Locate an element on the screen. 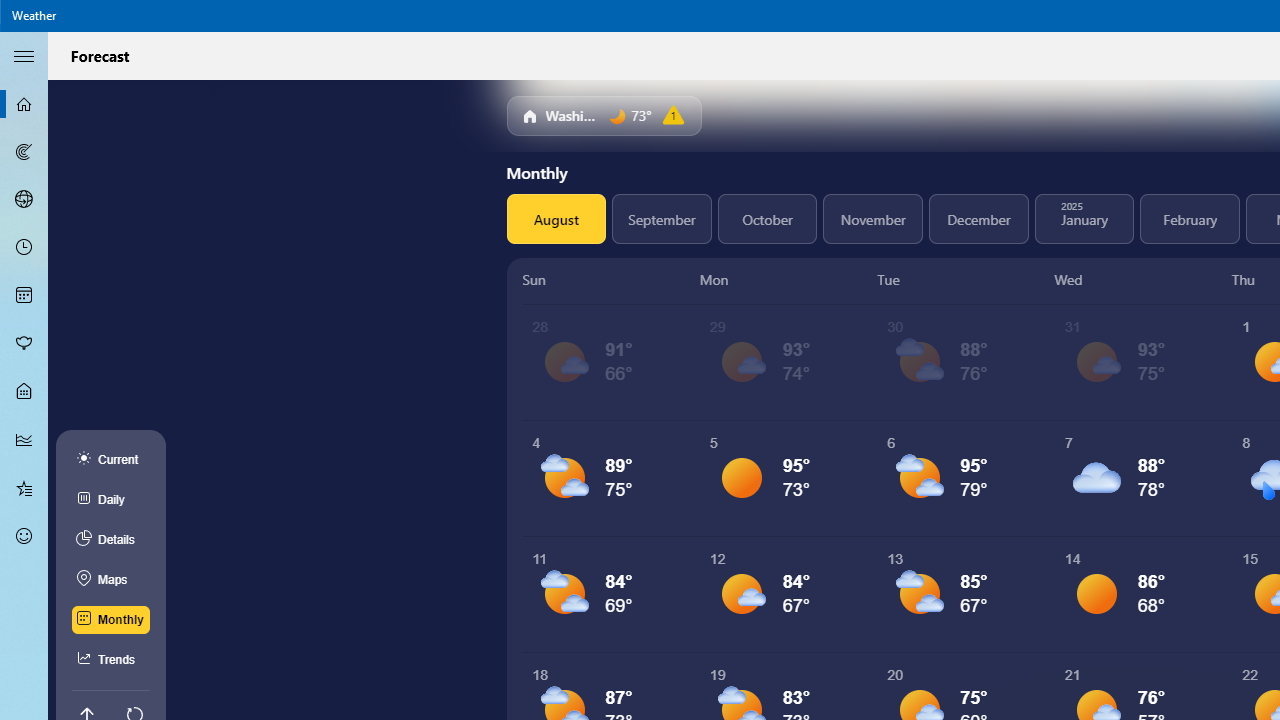  'Pollen - Not Selected' is located at coordinates (24, 342).